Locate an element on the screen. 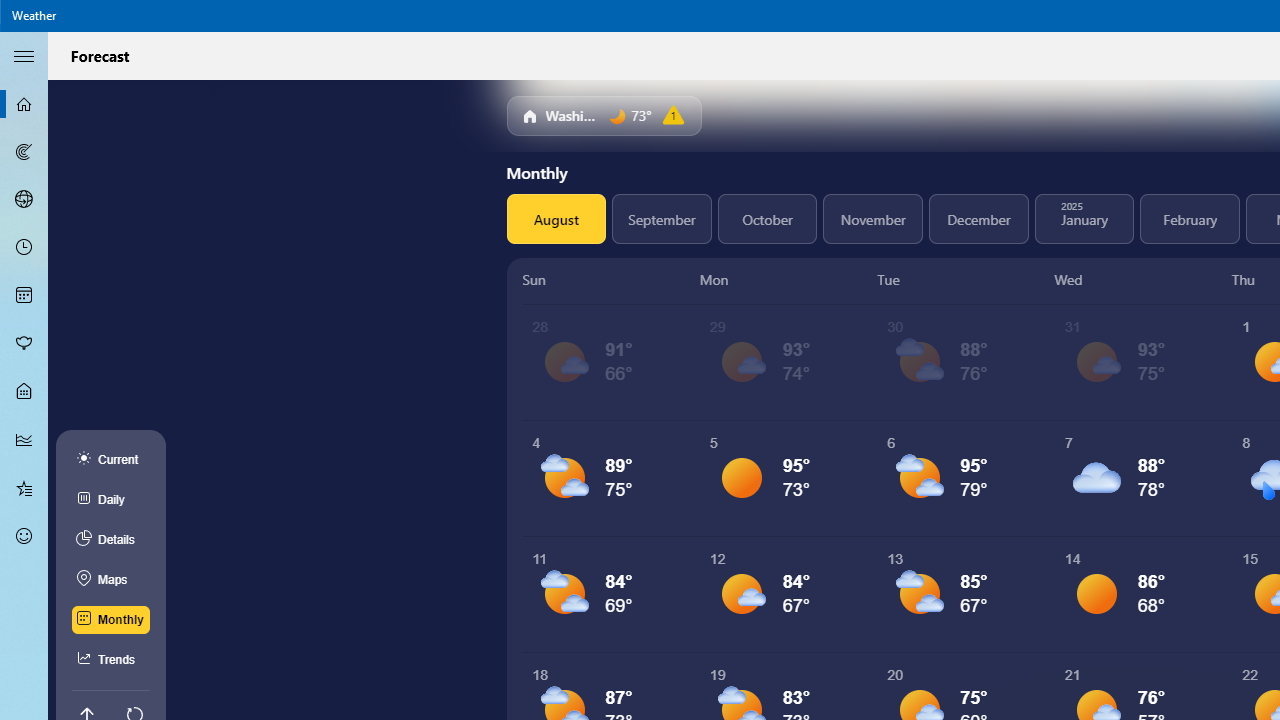  'Pollen - Not Selected' is located at coordinates (24, 342).